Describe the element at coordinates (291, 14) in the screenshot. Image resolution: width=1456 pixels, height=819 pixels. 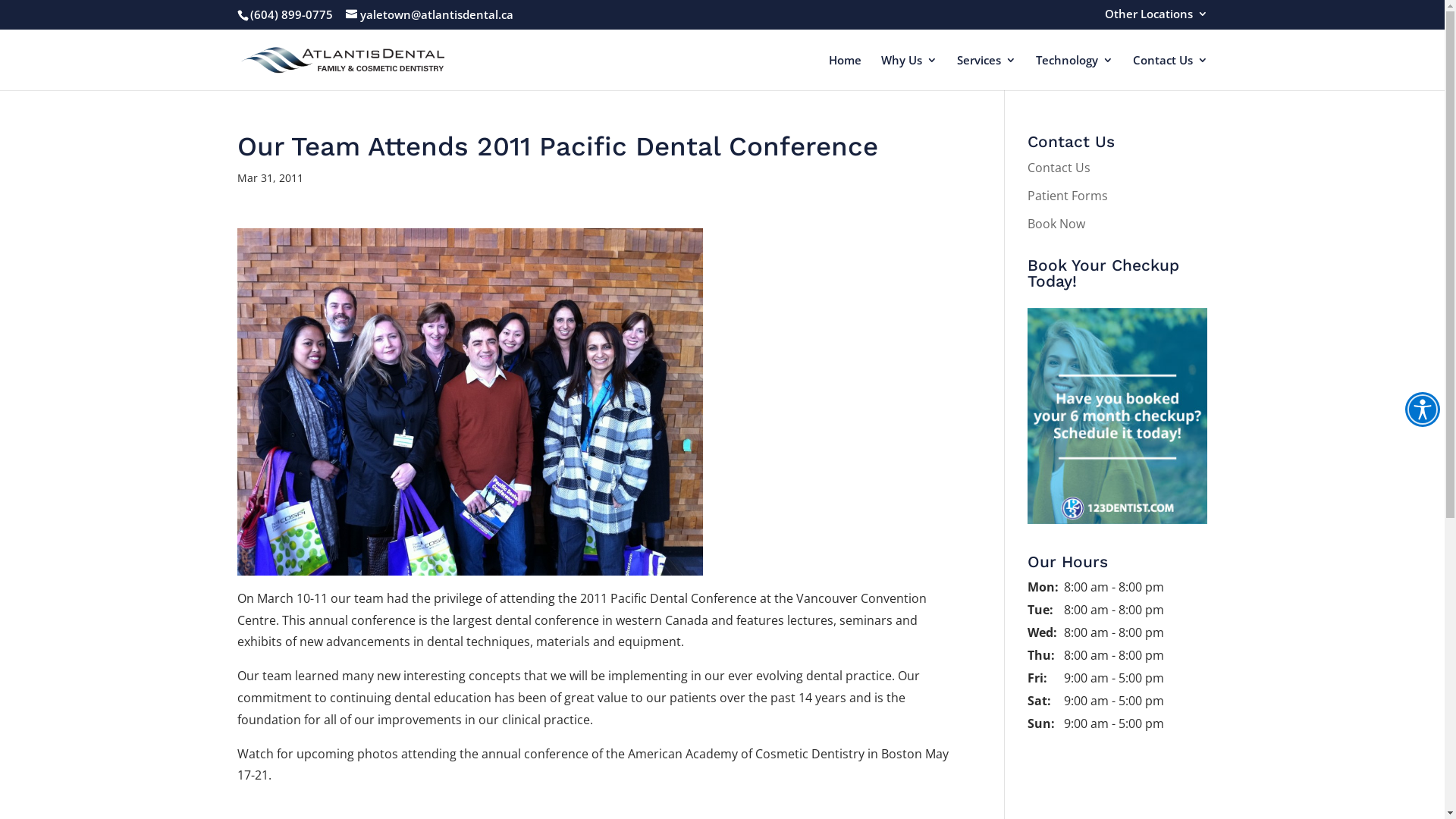
I see `'(604) 899-0775'` at that location.